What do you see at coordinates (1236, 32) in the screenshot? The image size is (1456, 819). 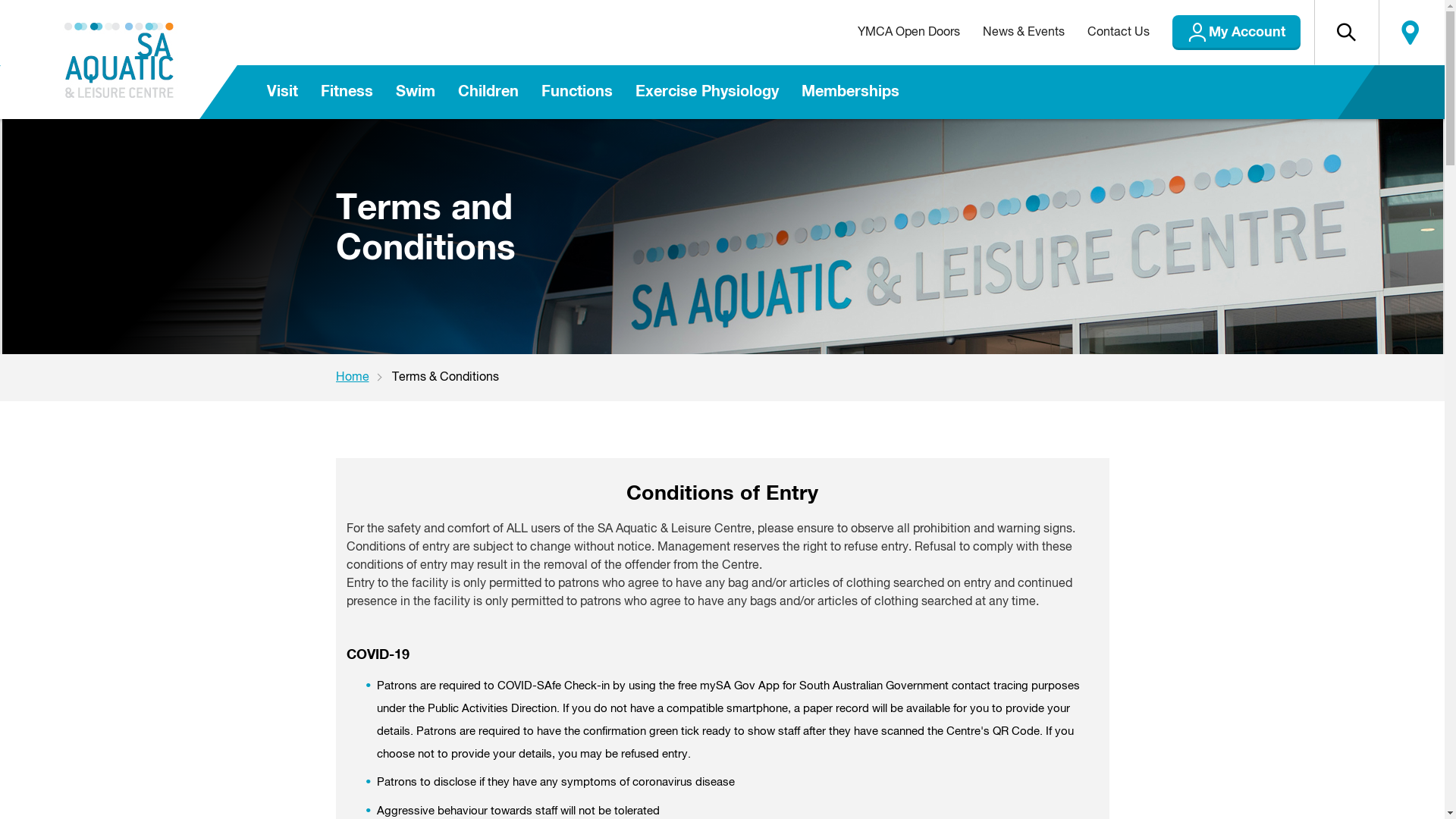 I see `'My Account'` at bounding box center [1236, 32].